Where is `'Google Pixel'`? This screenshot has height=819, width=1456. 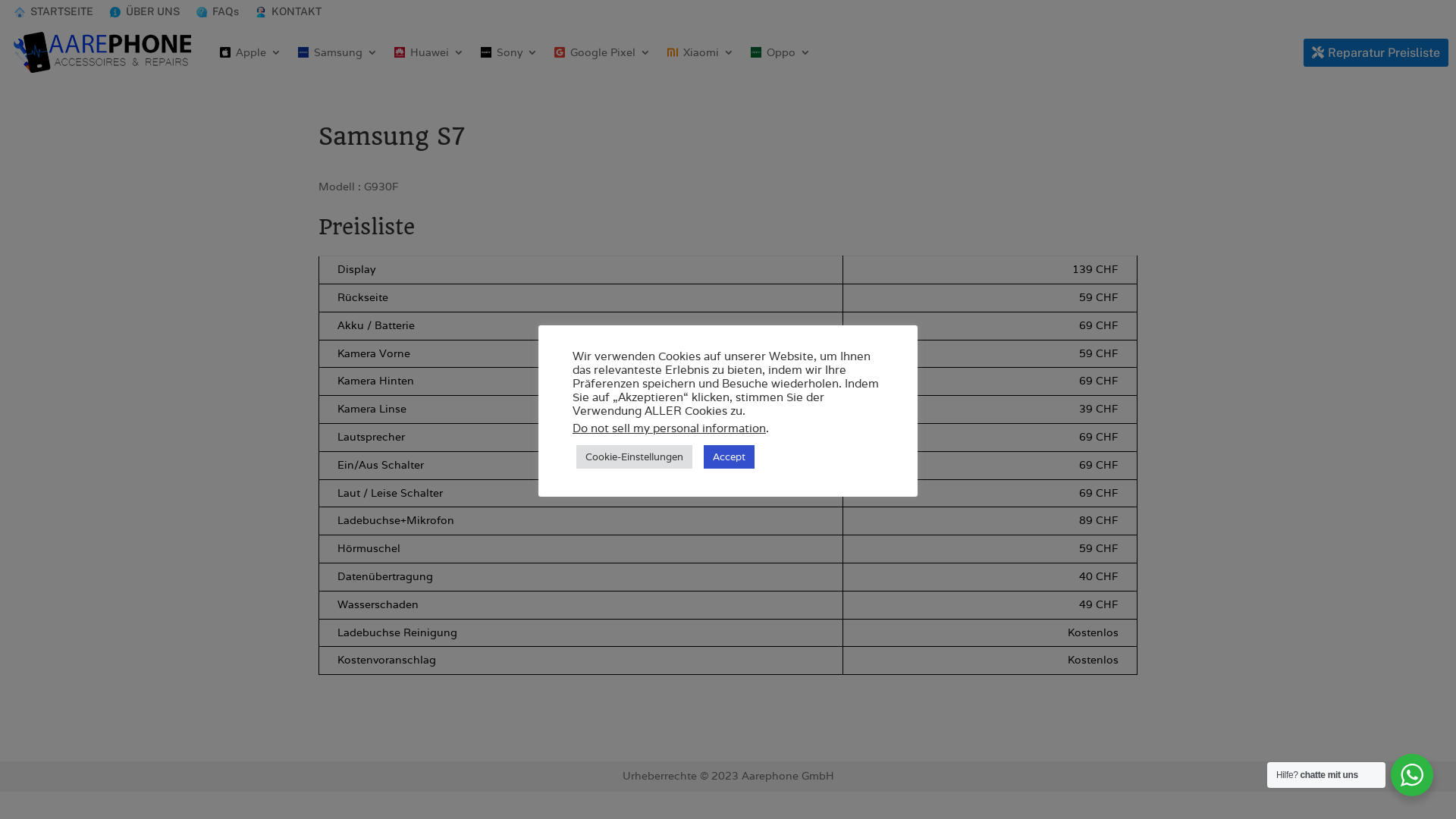
'Google Pixel' is located at coordinates (601, 52).